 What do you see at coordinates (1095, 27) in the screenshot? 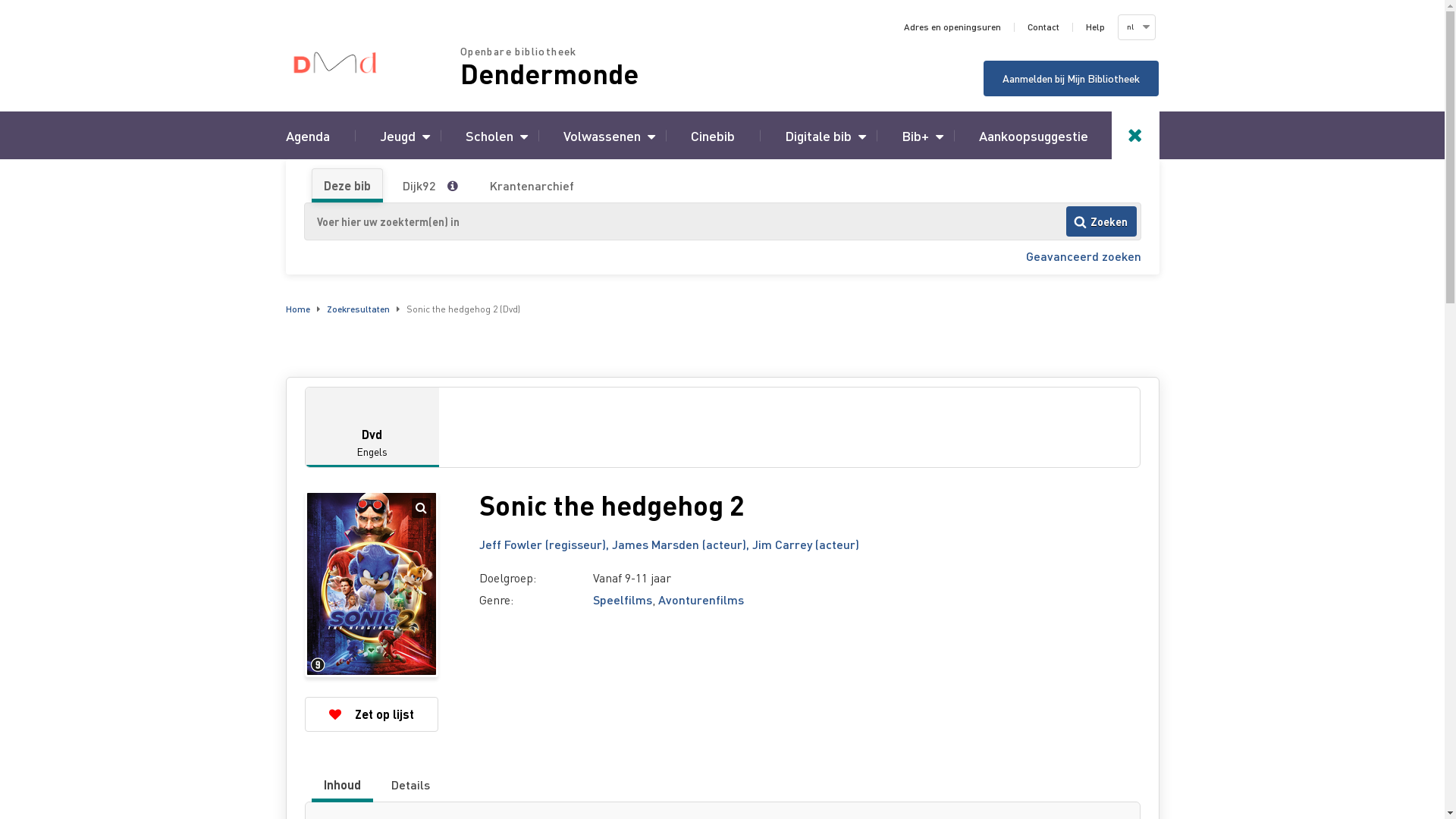
I see `'Help'` at bounding box center [1095, 27].